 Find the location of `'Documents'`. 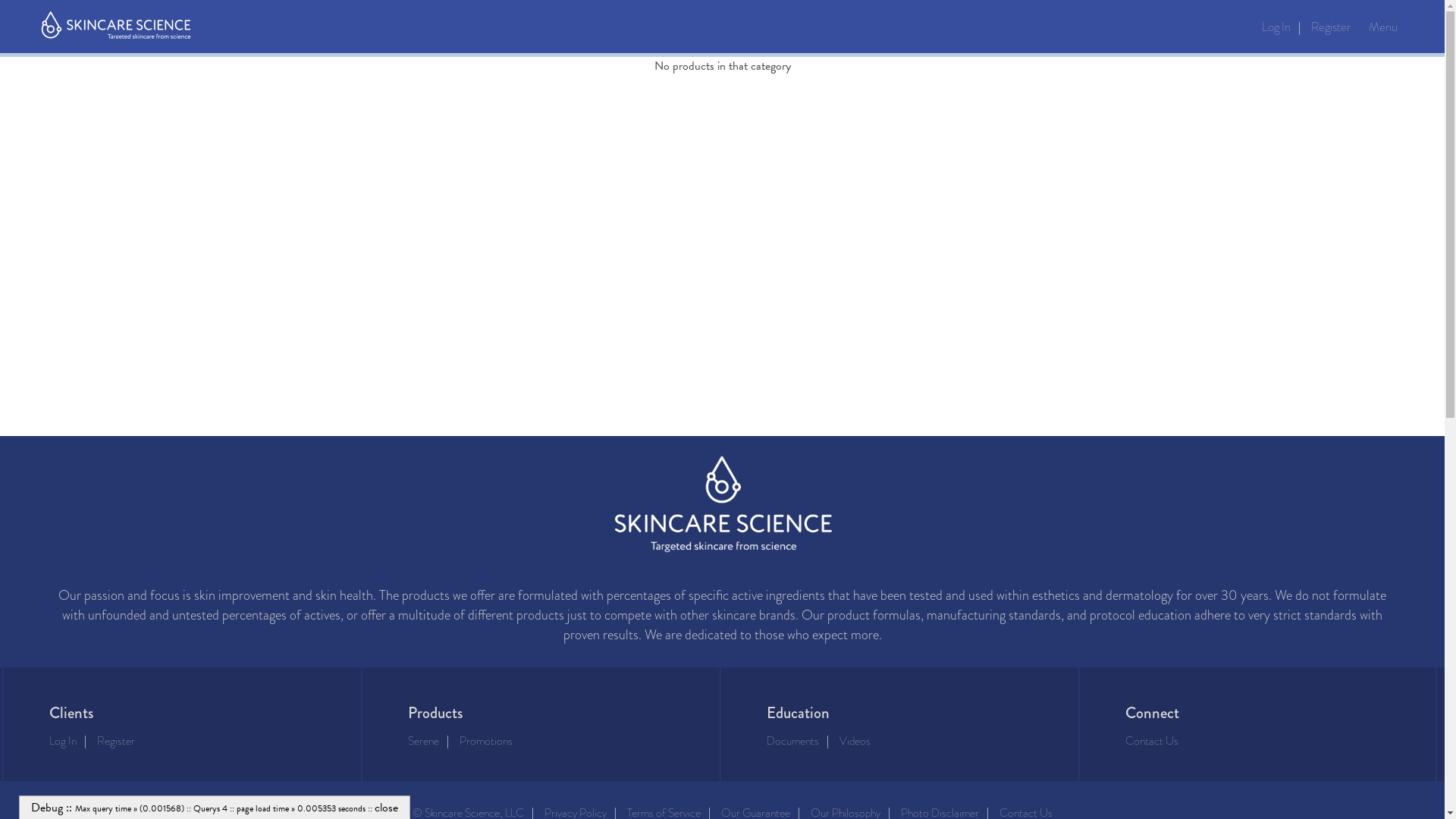

'Documents' is located at coordinates (791, 739).